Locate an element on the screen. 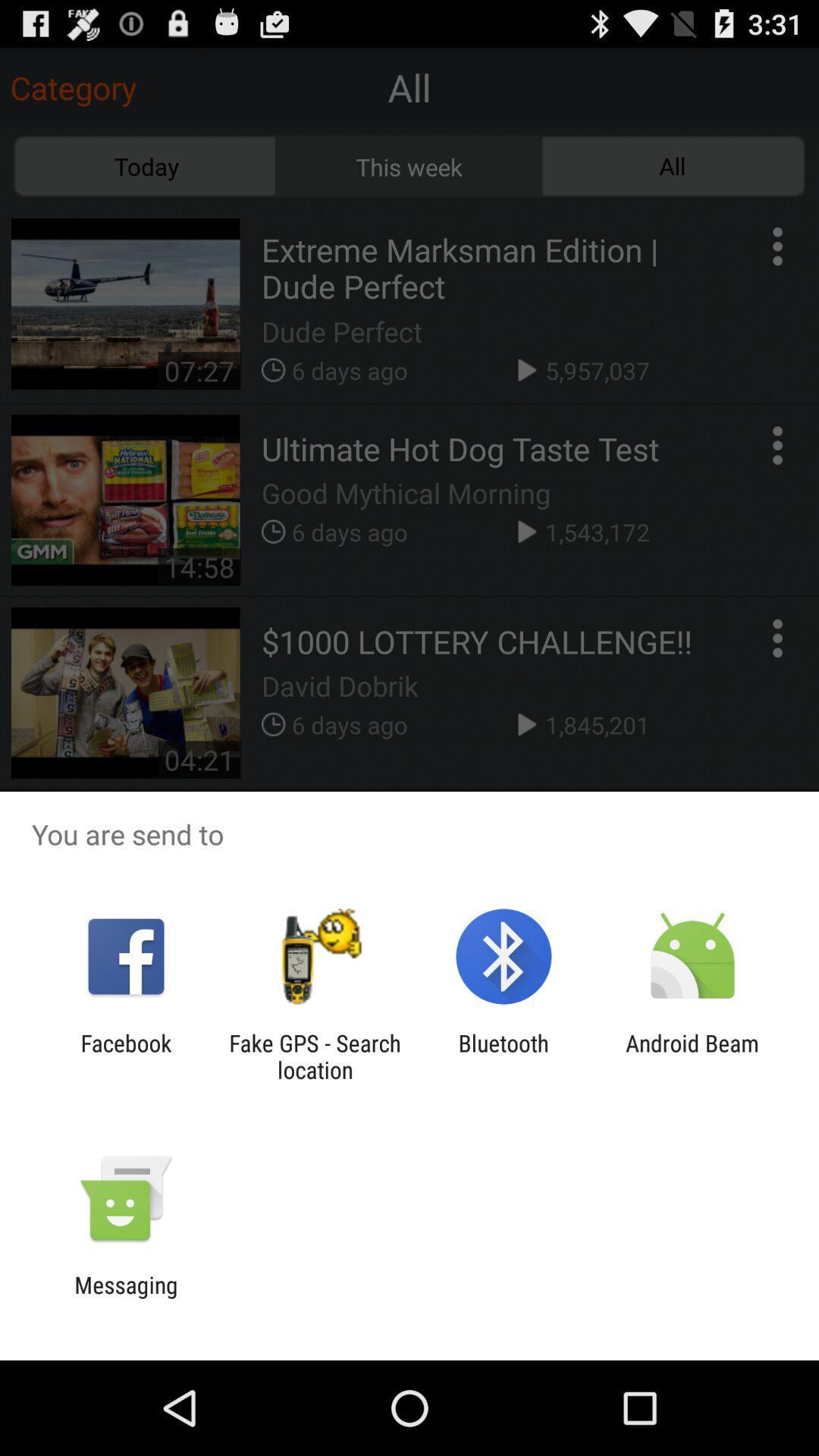 The width and height of the screenshot is (819, 1456). messaging item is located at coordinates (125, 1298).